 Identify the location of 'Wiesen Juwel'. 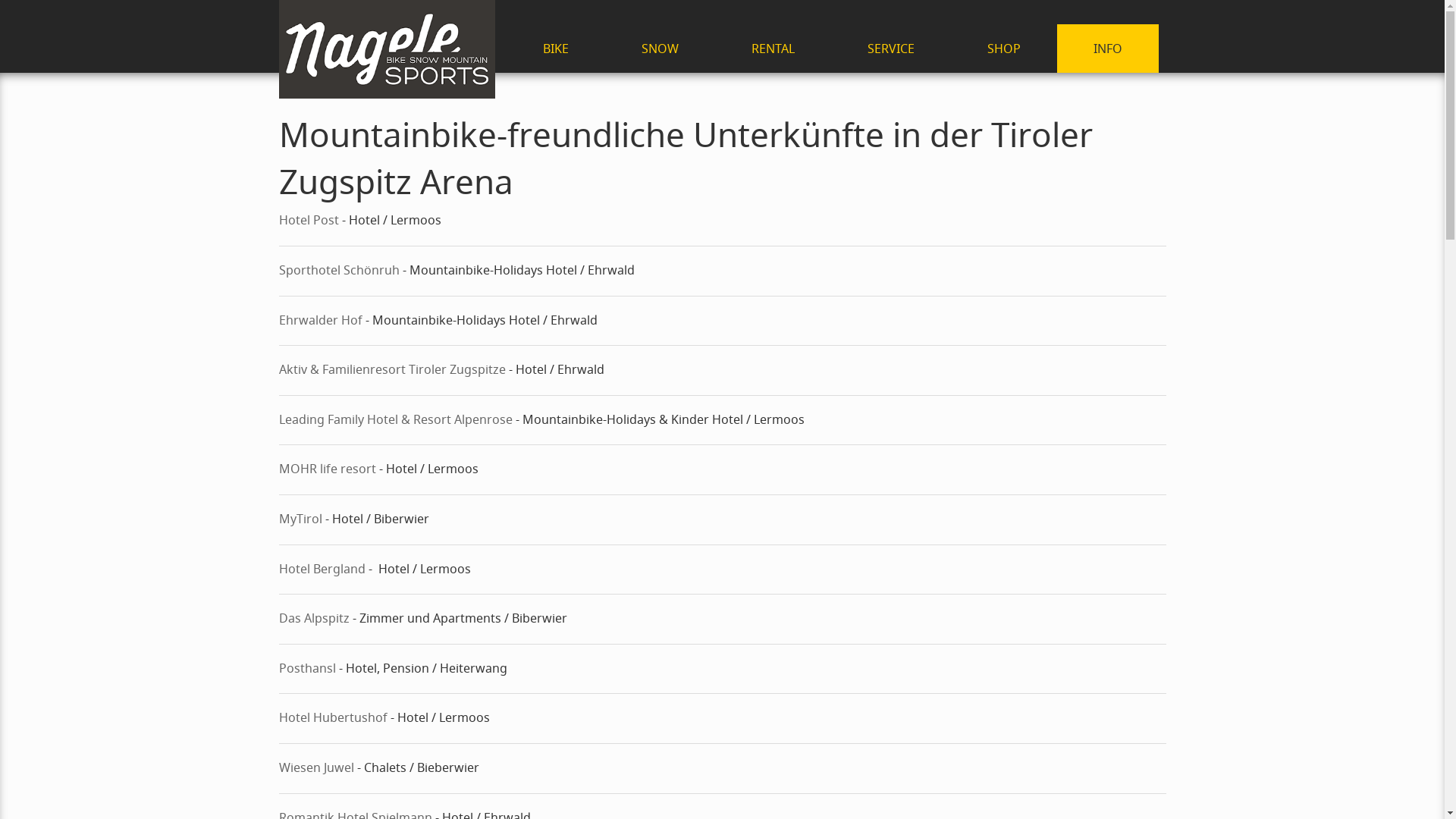
(315, 767).